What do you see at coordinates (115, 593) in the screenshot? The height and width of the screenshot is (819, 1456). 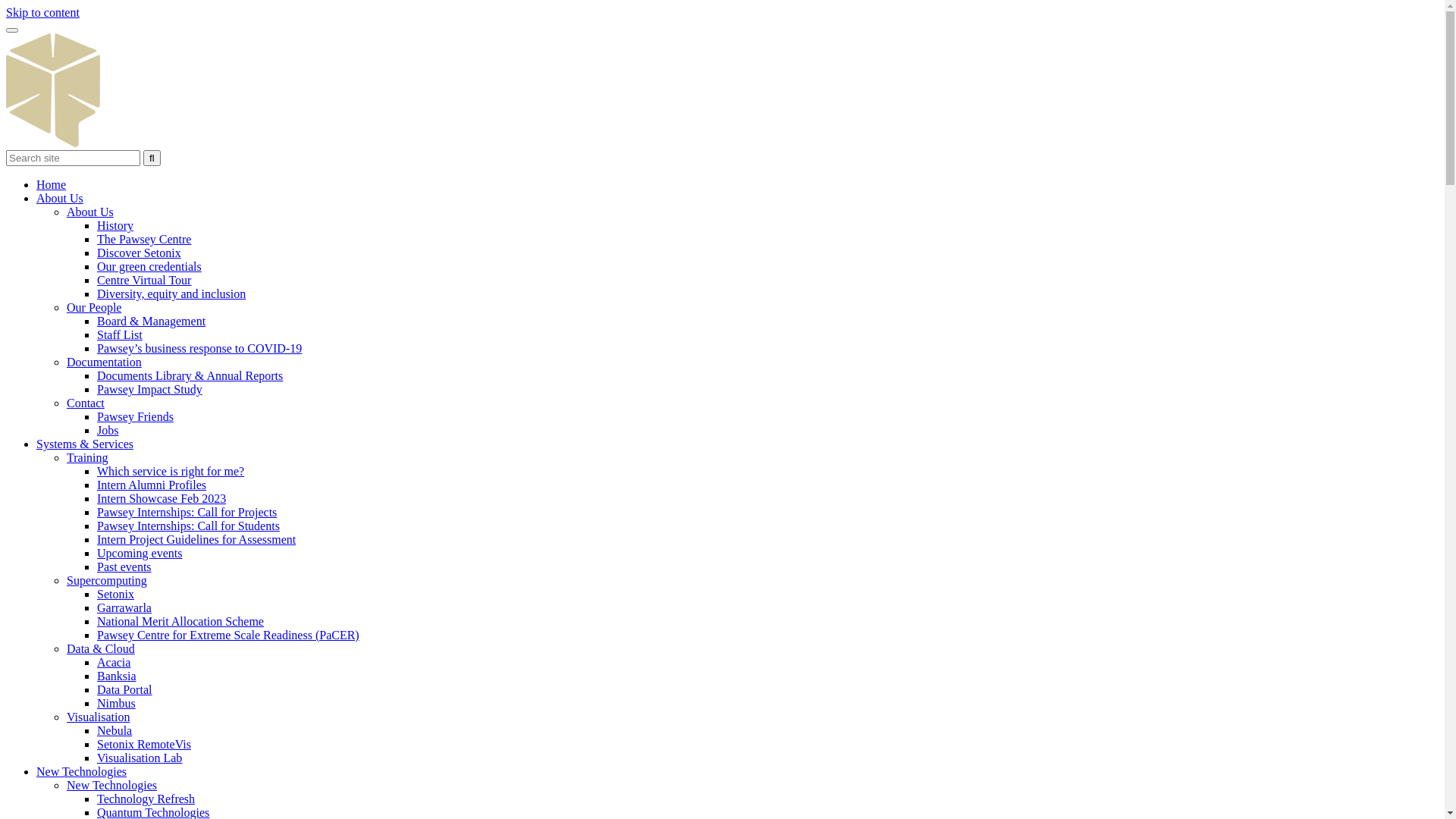 I see `'Setonix'` at bounding box center [115, 593].